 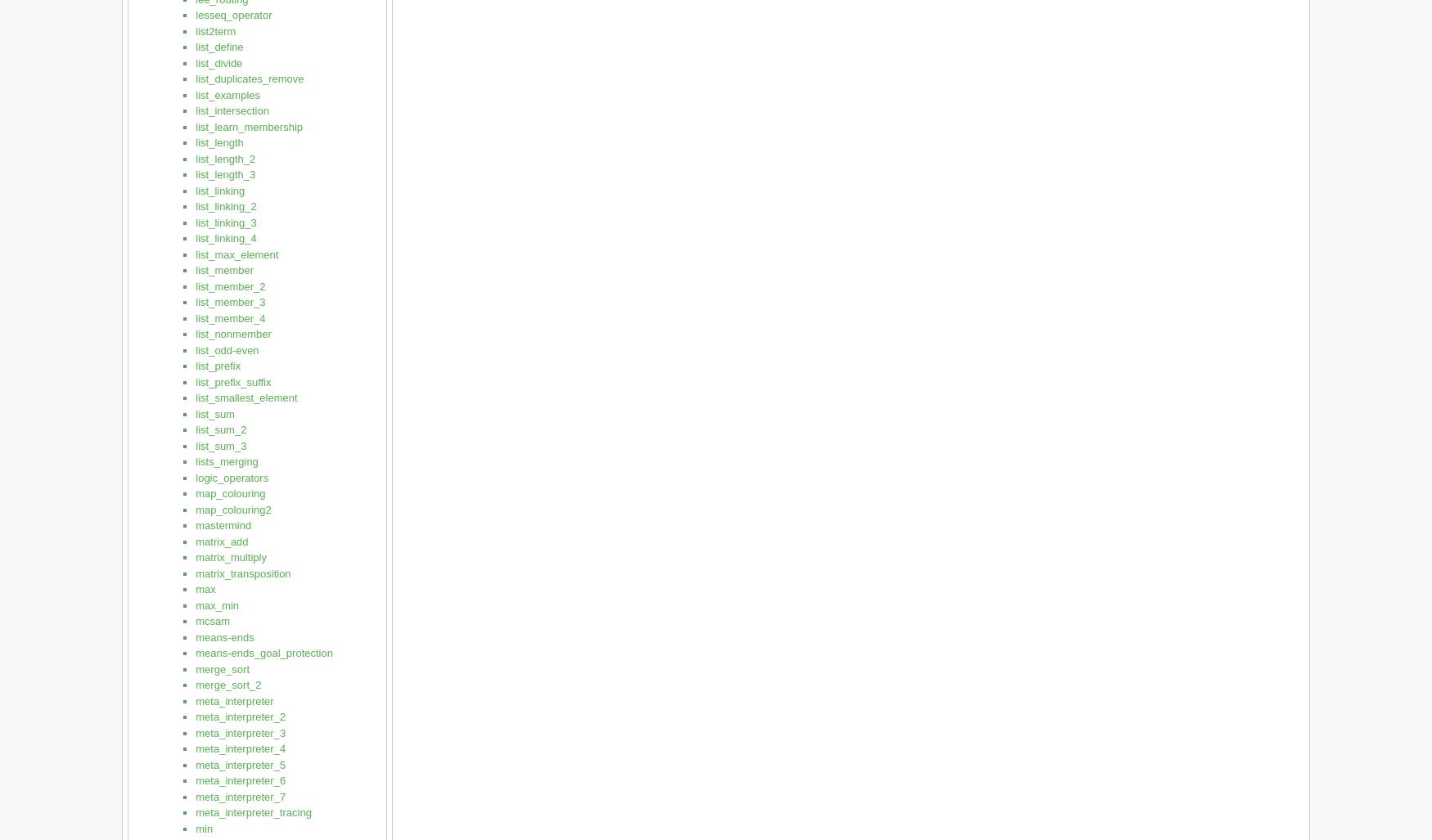 What do you see at coordinates (204, 827) in the screenshot?
I see `'min'` at bounding box center [204, 827].